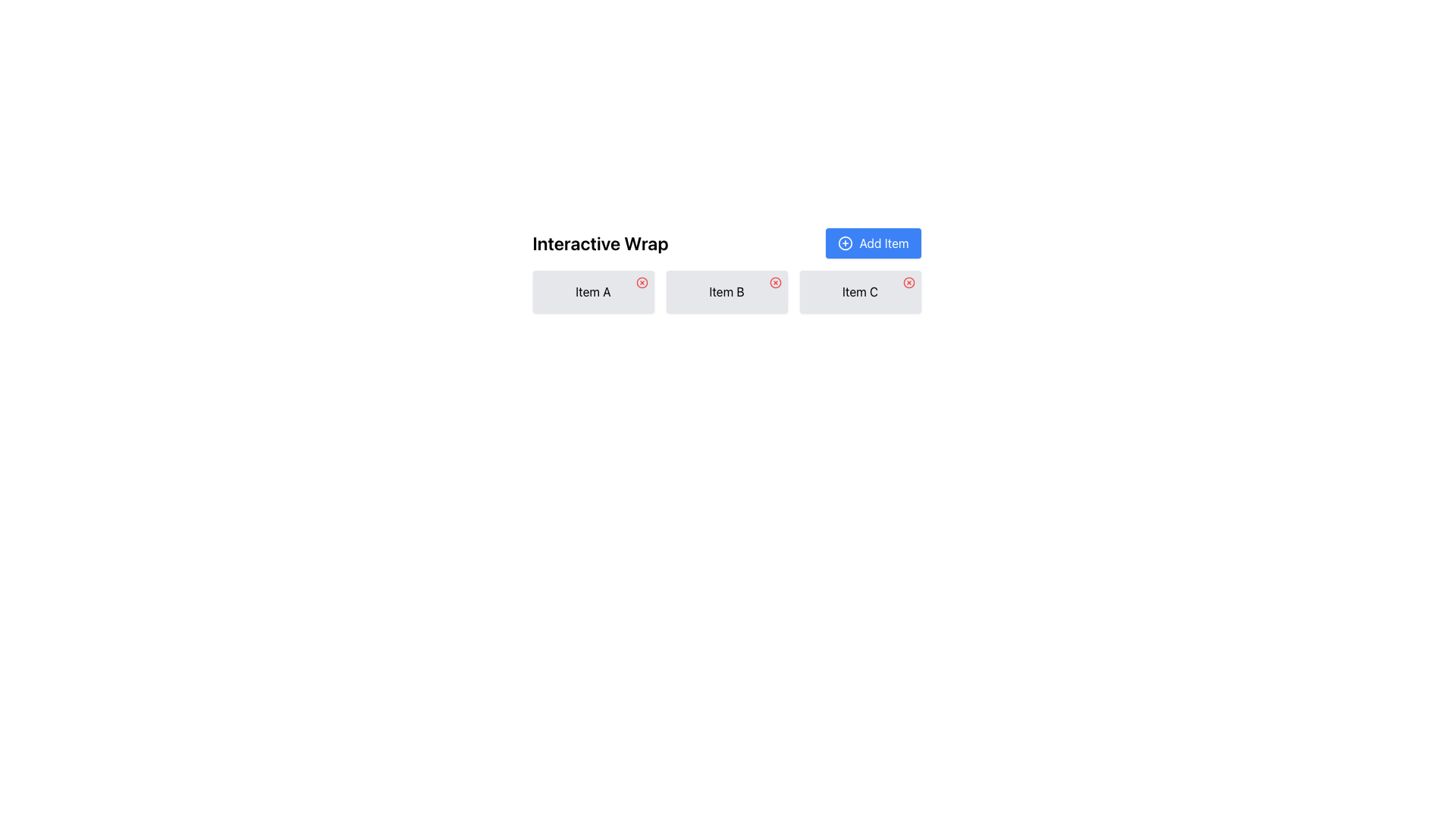  What do you see at coordinates (908, 283) in the screenshot?
I see `the delete button located in the top-right corner of the 'Item C' box` at bounding box center [908, 283].